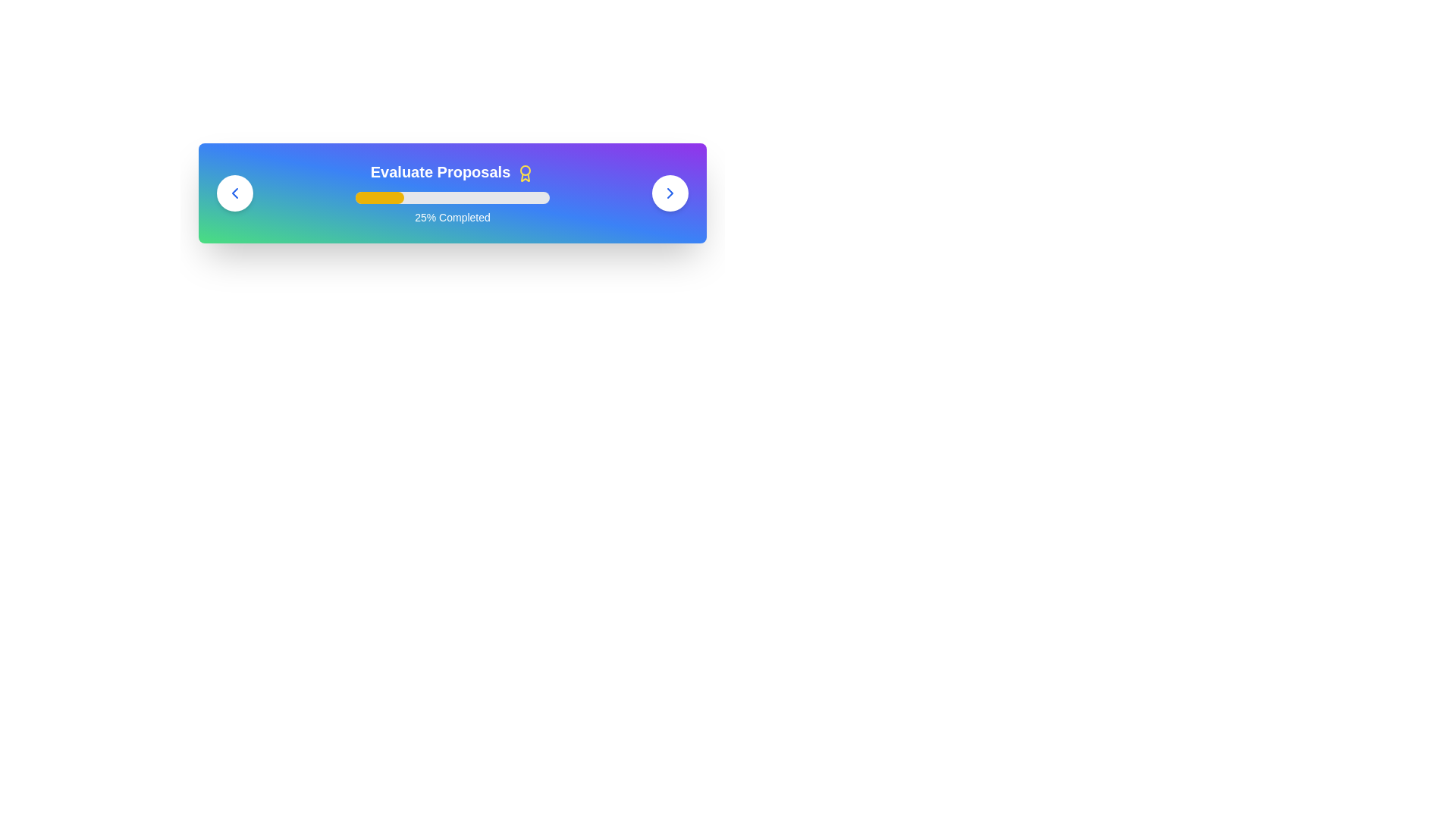  What do you see at coordinates (451, 192) in the screenshot?
I see `layout of the Progress Indicator with Text Information, which shows the activity 'Evaluate Proposals' and indicates '25% Completed'` at bounding box center [451, 192].